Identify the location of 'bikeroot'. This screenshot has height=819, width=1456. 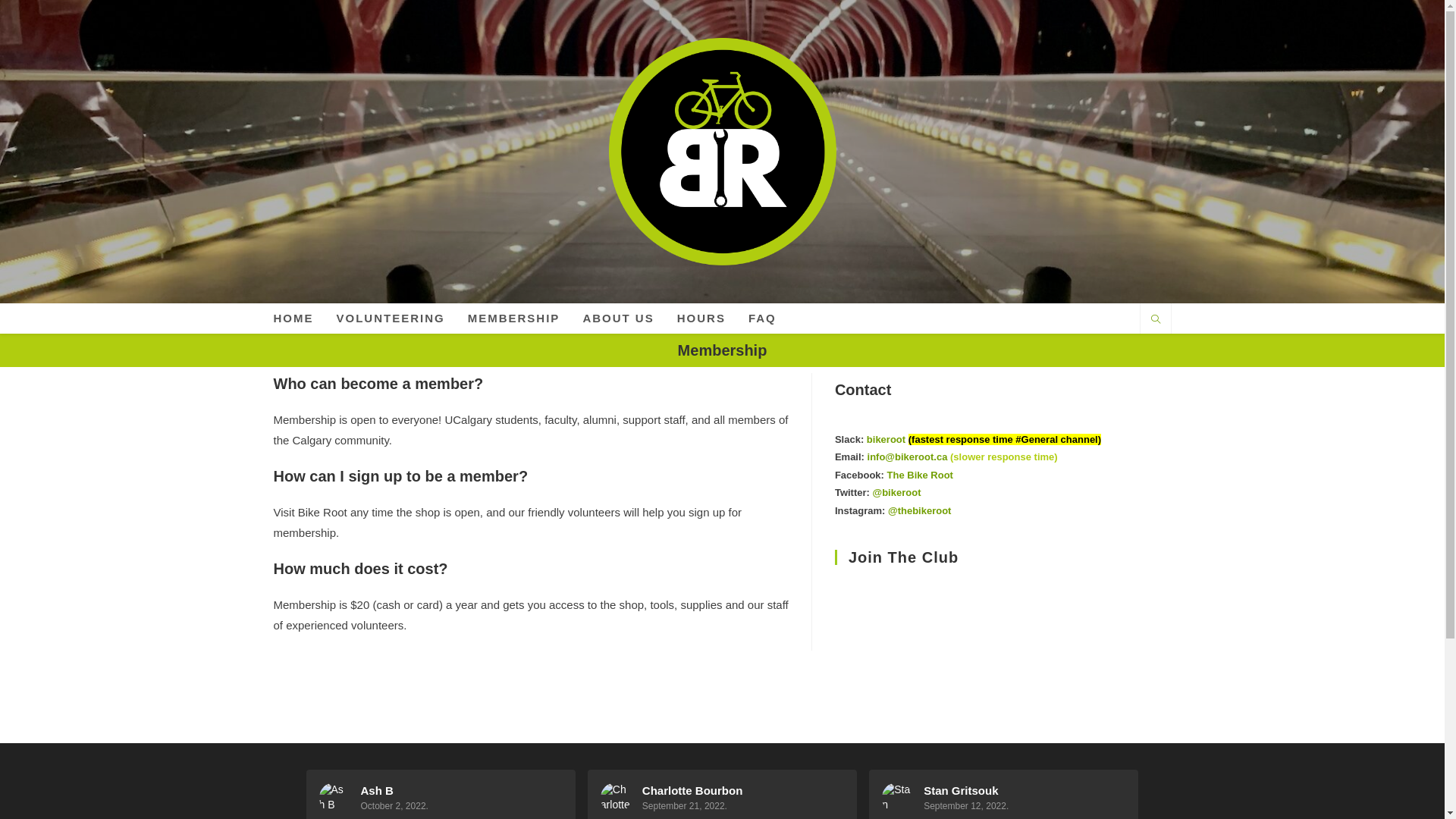
(886, 439).